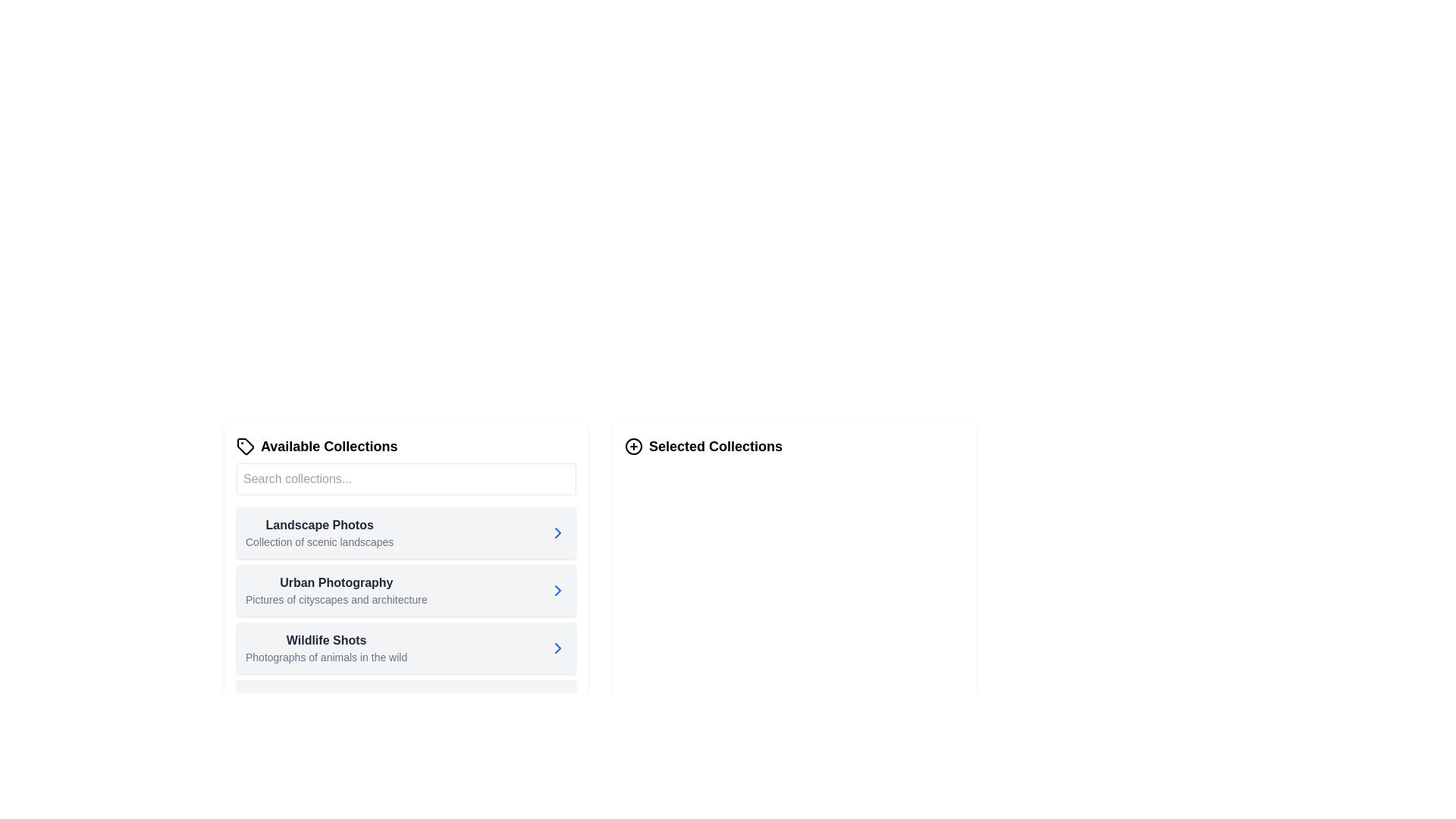 The image size is (1456, 819). What do you see at coordinates (246, 446) in the screenshot?
I see `the tag-like icon located next to the 'Available Collections' header, which has a small circle near one corner` at bounding box center [246, 446].